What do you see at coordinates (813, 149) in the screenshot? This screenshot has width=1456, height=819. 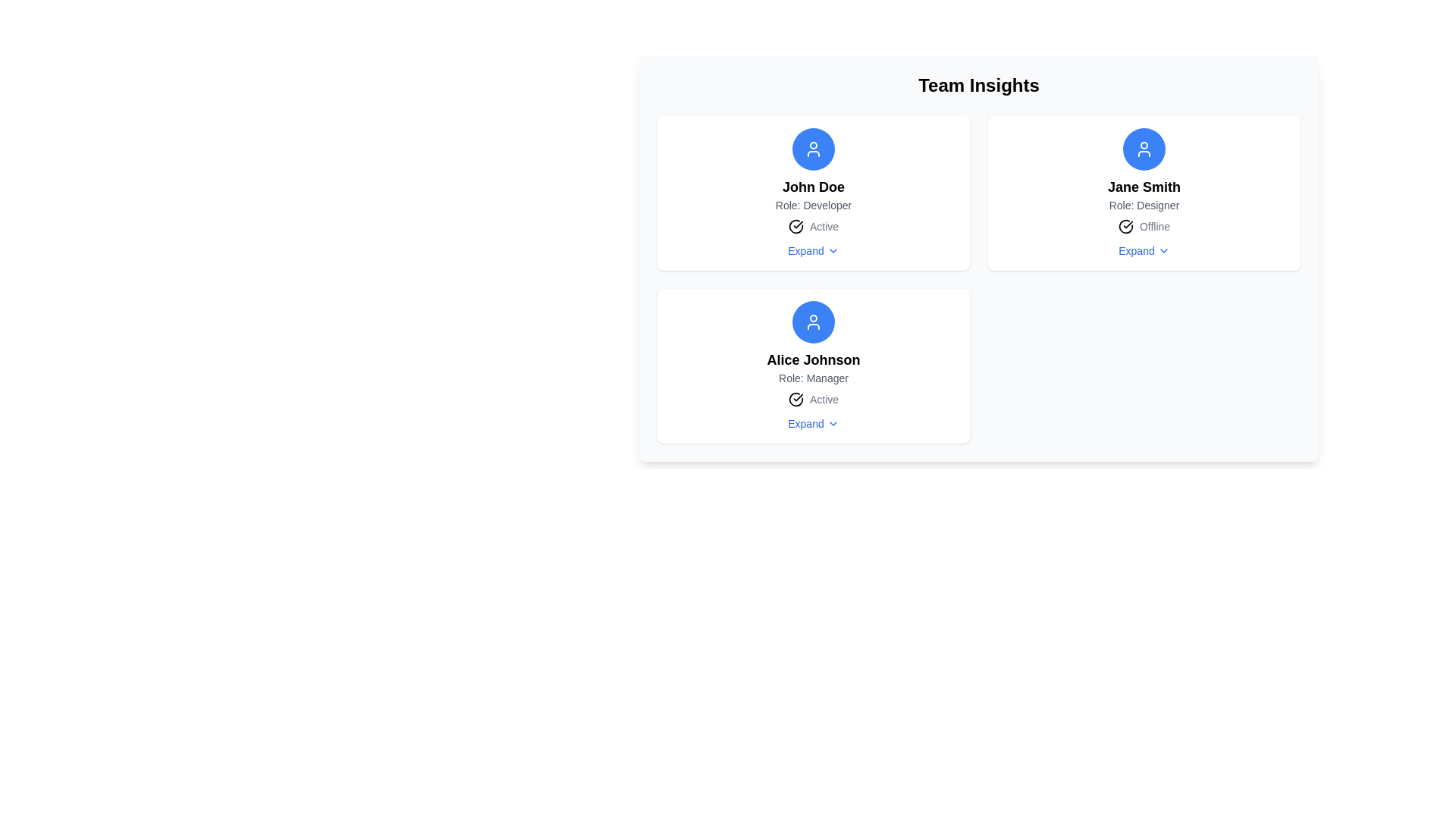 I see `the circular blue icon featuring a white silhouette of a user, located at the top center of the 'Team Insights' section, above the 'John Doe' text label` at bounding box center [813, 149].